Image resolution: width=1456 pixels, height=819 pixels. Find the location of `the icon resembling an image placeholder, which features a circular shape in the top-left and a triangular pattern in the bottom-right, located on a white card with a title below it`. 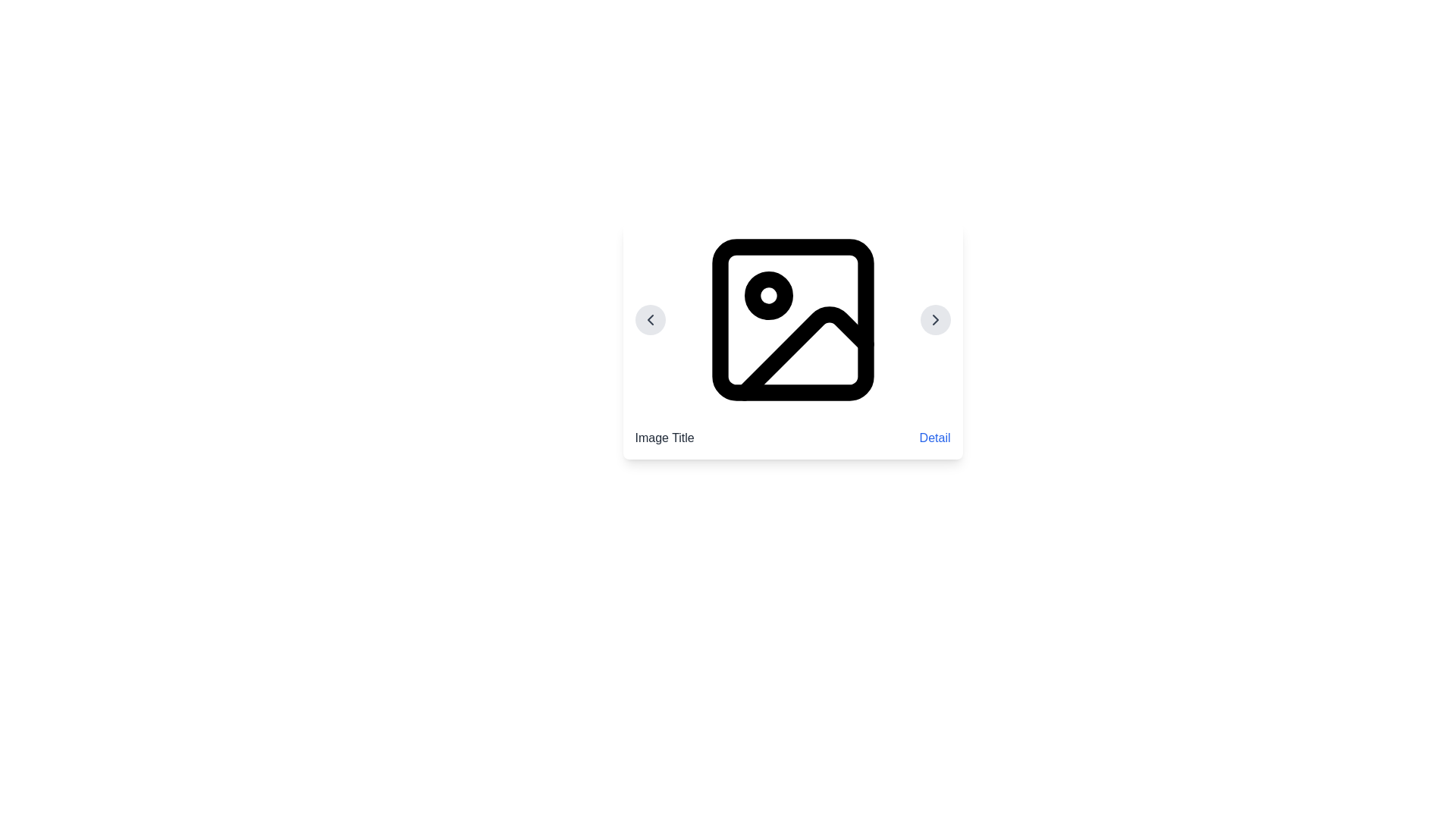

the icon resembling an image placeholder, which features a circular shape in the top-left and a triangular pattern in the bottom-right, located on a white card with a title below it is located at coordinates (792, 318).